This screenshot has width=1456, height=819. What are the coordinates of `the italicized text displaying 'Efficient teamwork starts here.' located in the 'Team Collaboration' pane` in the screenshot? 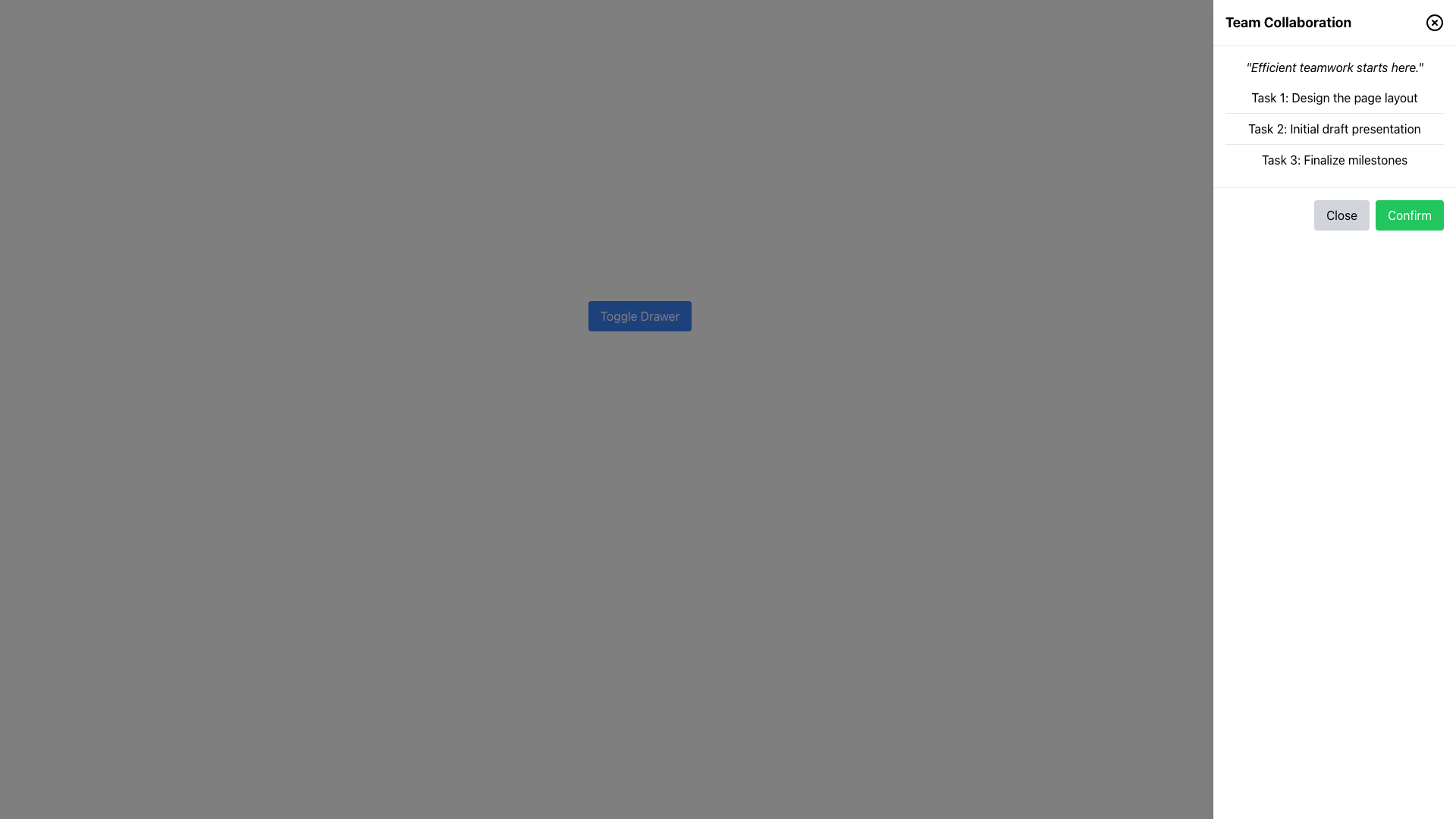 It's located at (1335, 66).